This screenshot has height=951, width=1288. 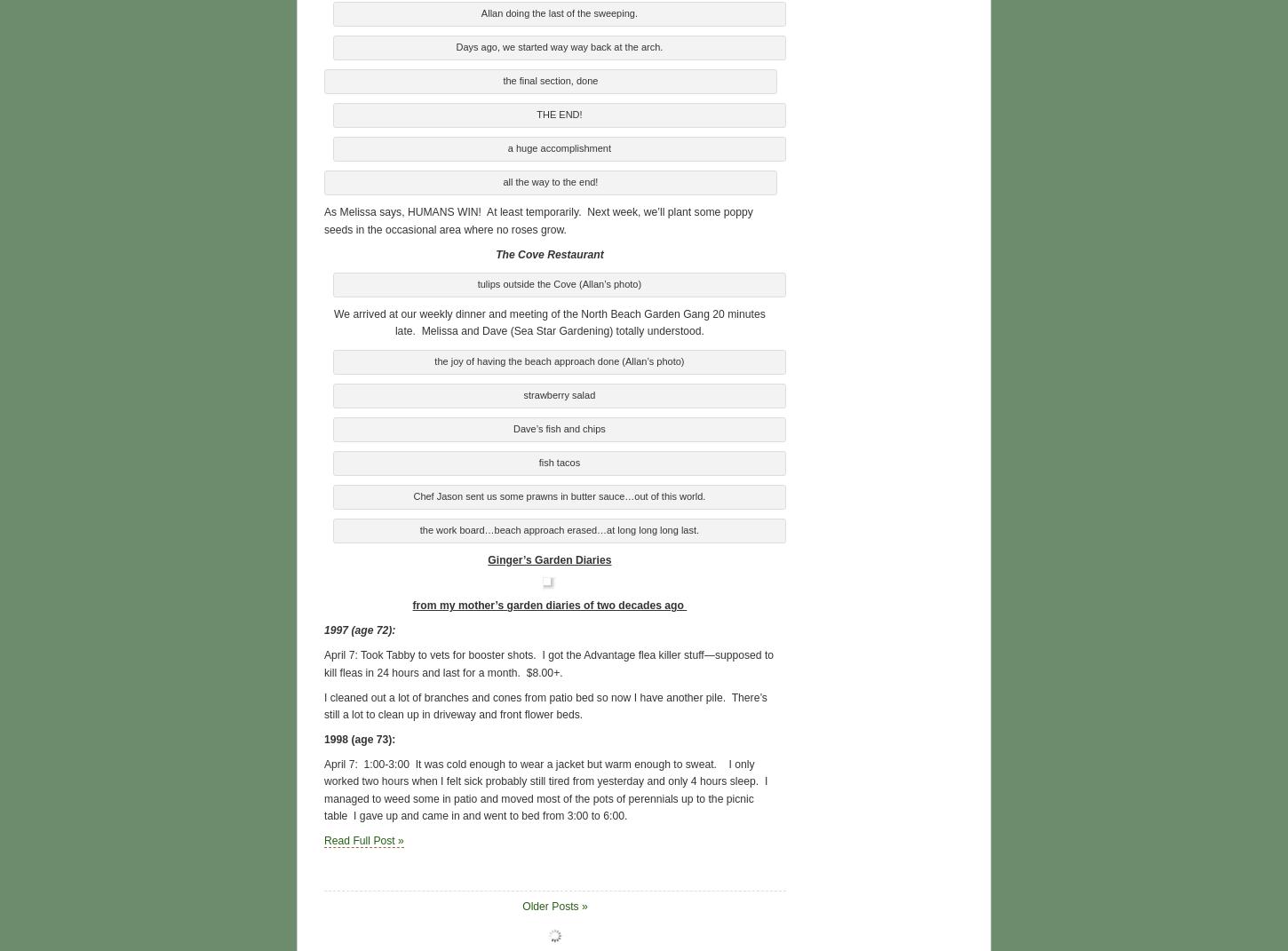 I want to click on '1998 (age 73):', so click(x=322, y=736).